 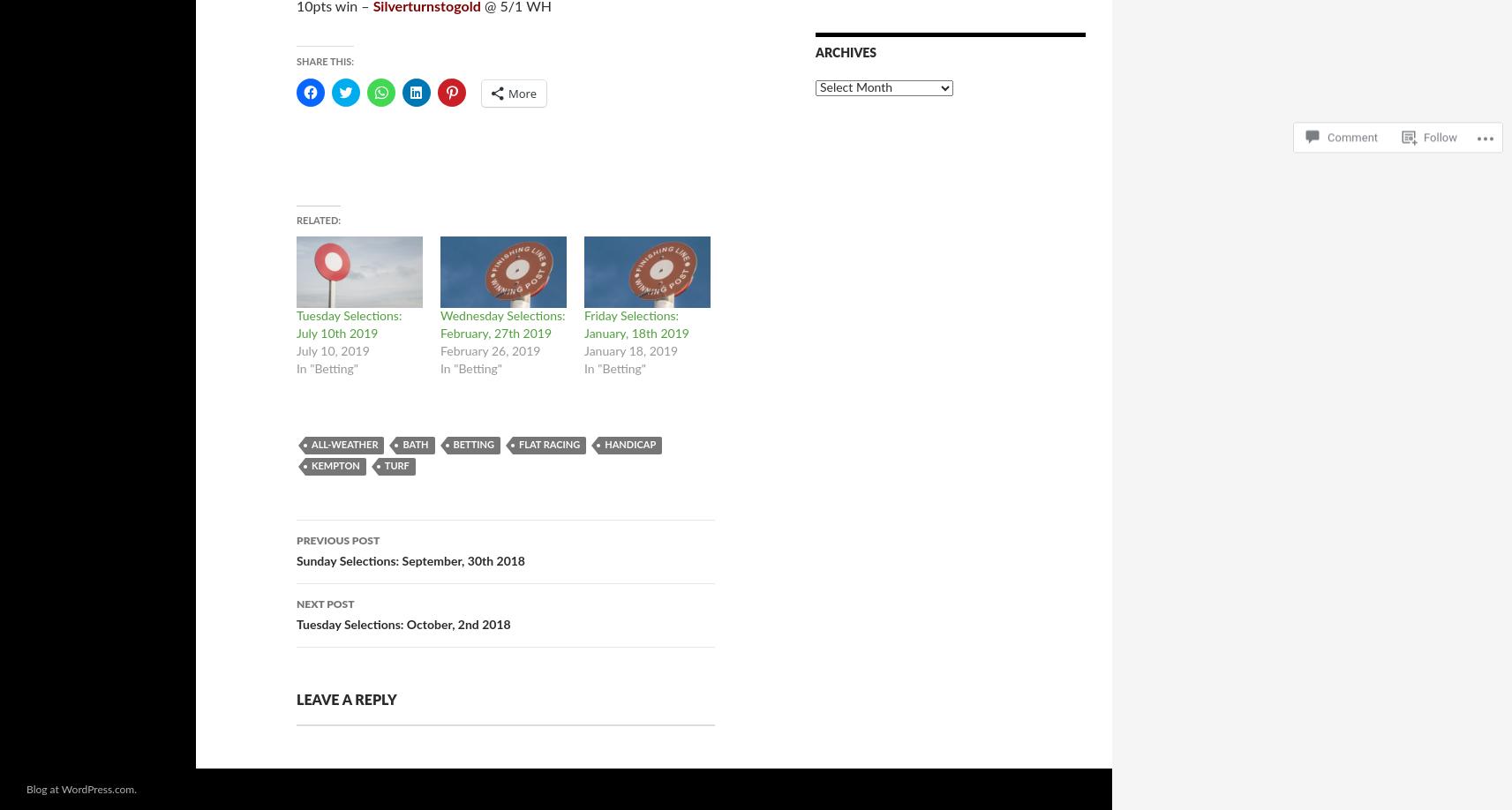 I want to click on 'Previous Post', so click(x=337, y=541).